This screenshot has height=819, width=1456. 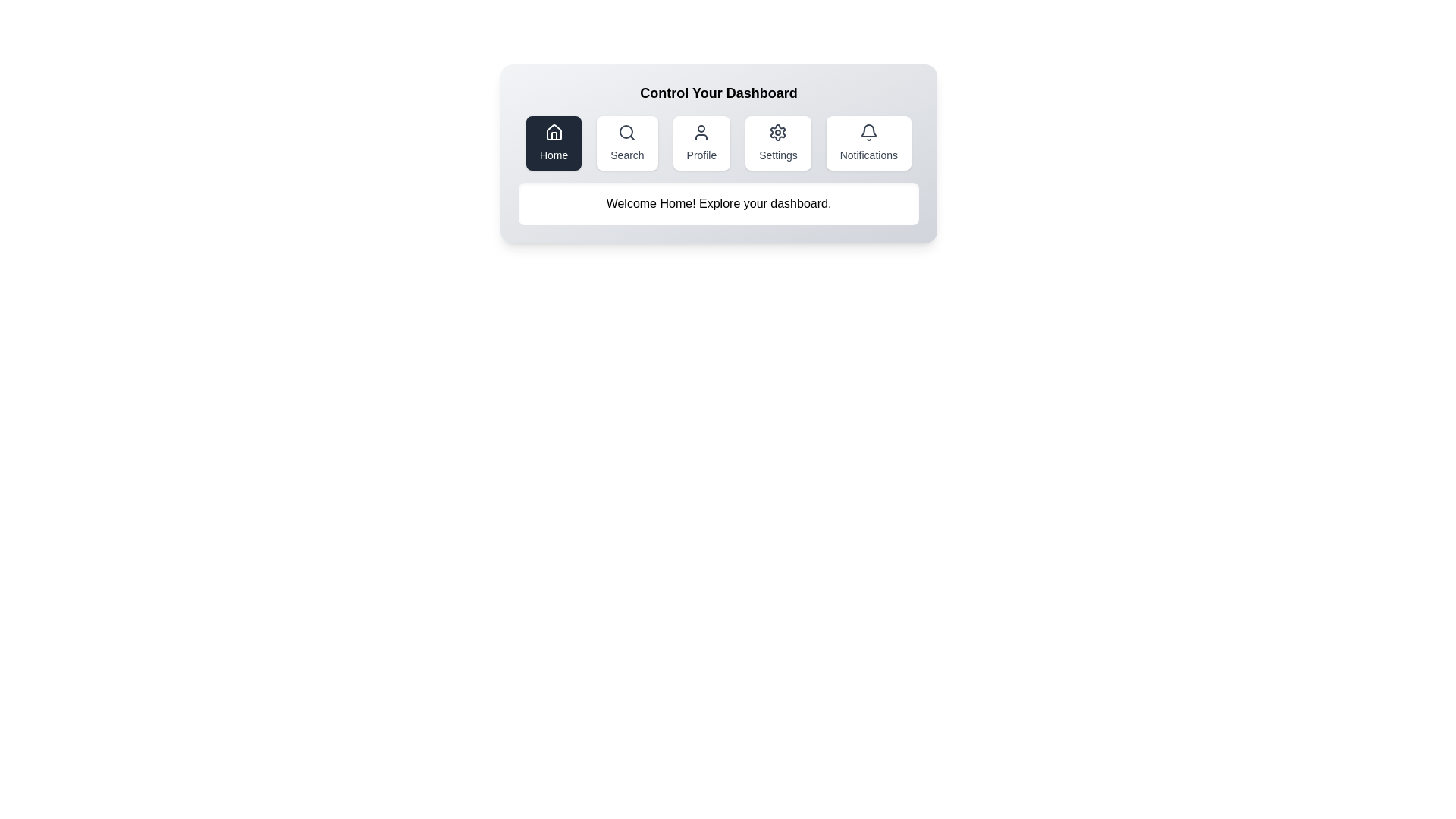 What do you see at coordinates (626, 130) in the screenshot?
I see `the circular search icon, which is the inner part of the magnifying glass icon located second from the left in the top menu` at bounding box center [626, 130].